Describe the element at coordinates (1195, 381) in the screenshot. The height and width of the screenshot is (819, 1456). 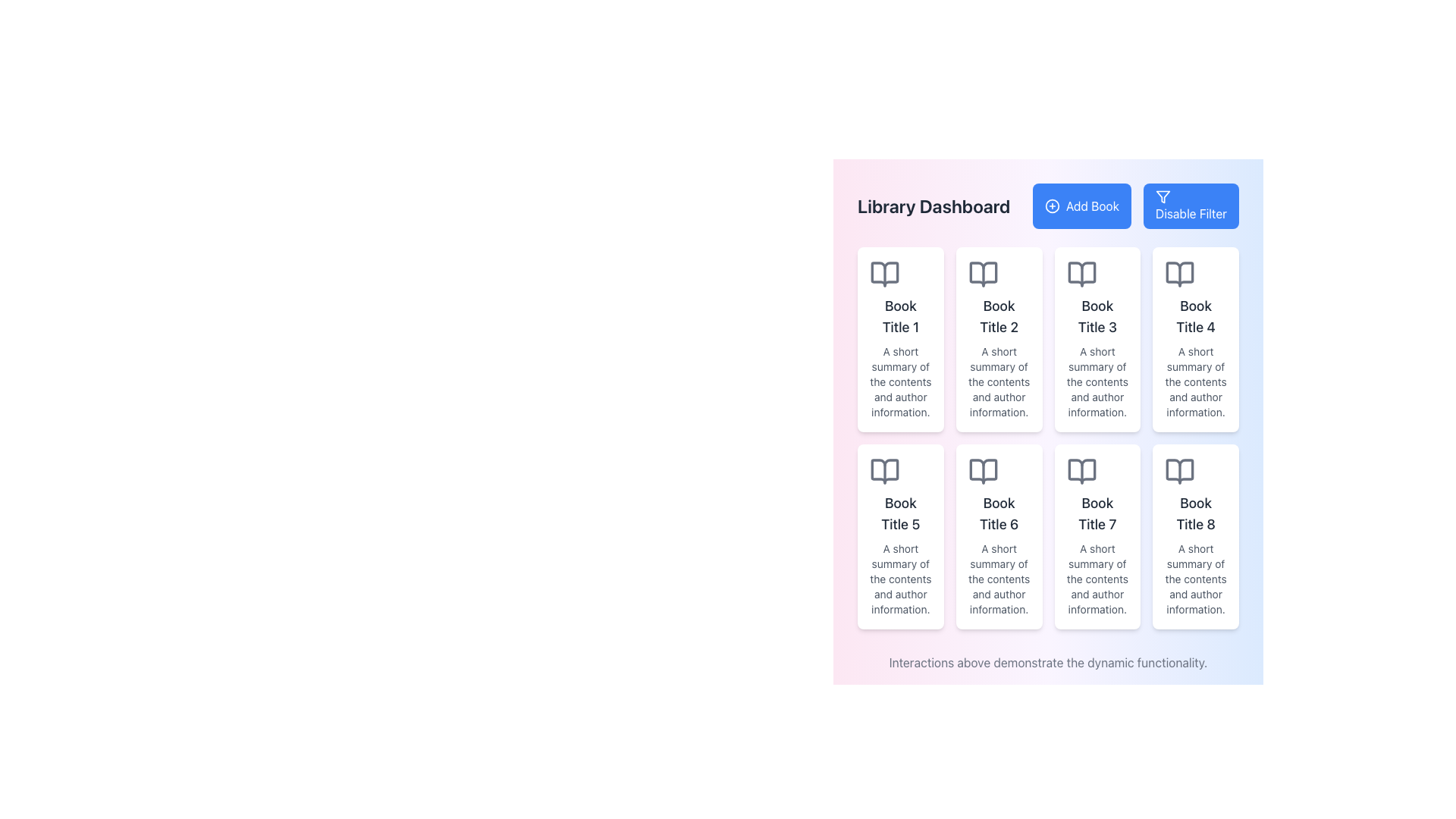
I see `the descriptive text label below 'Book Title 4' in the Library Dashboard section, which is the fourth card in the top row of the grid` at that location.